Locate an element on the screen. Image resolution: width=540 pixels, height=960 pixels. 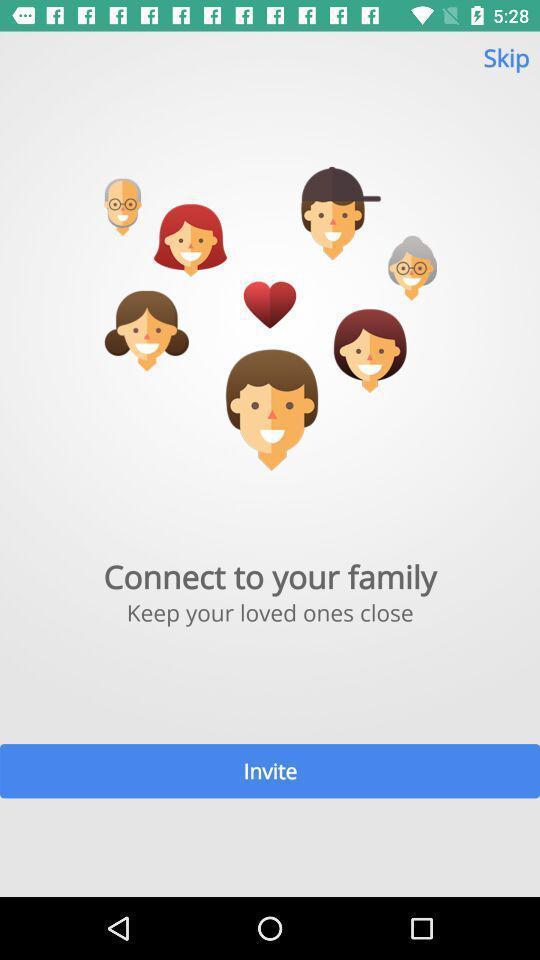
the skip at the top right corner is located at coordinates (505, 66).